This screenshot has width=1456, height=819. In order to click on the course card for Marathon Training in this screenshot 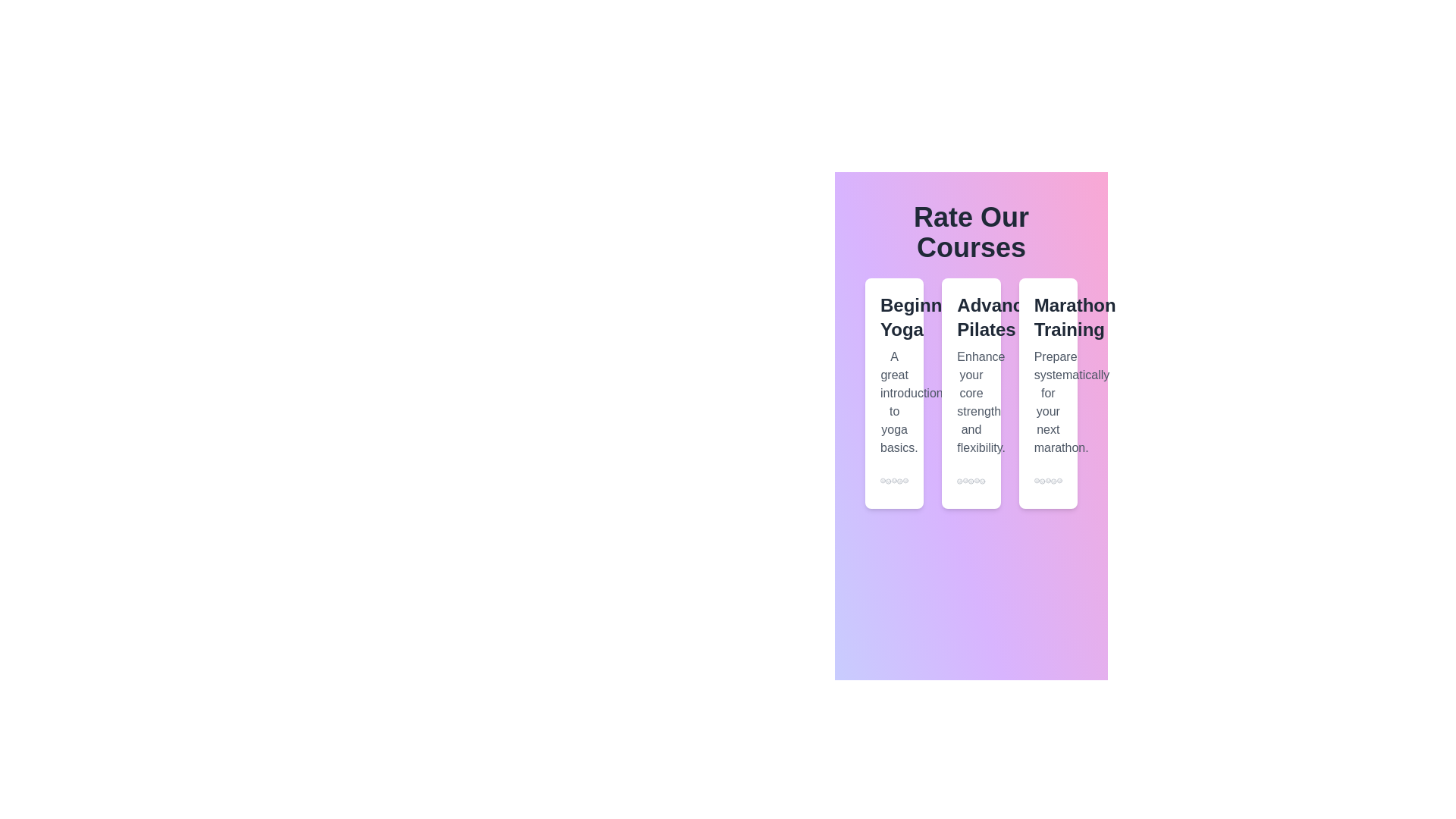, I will do `click(1047, 393)`.